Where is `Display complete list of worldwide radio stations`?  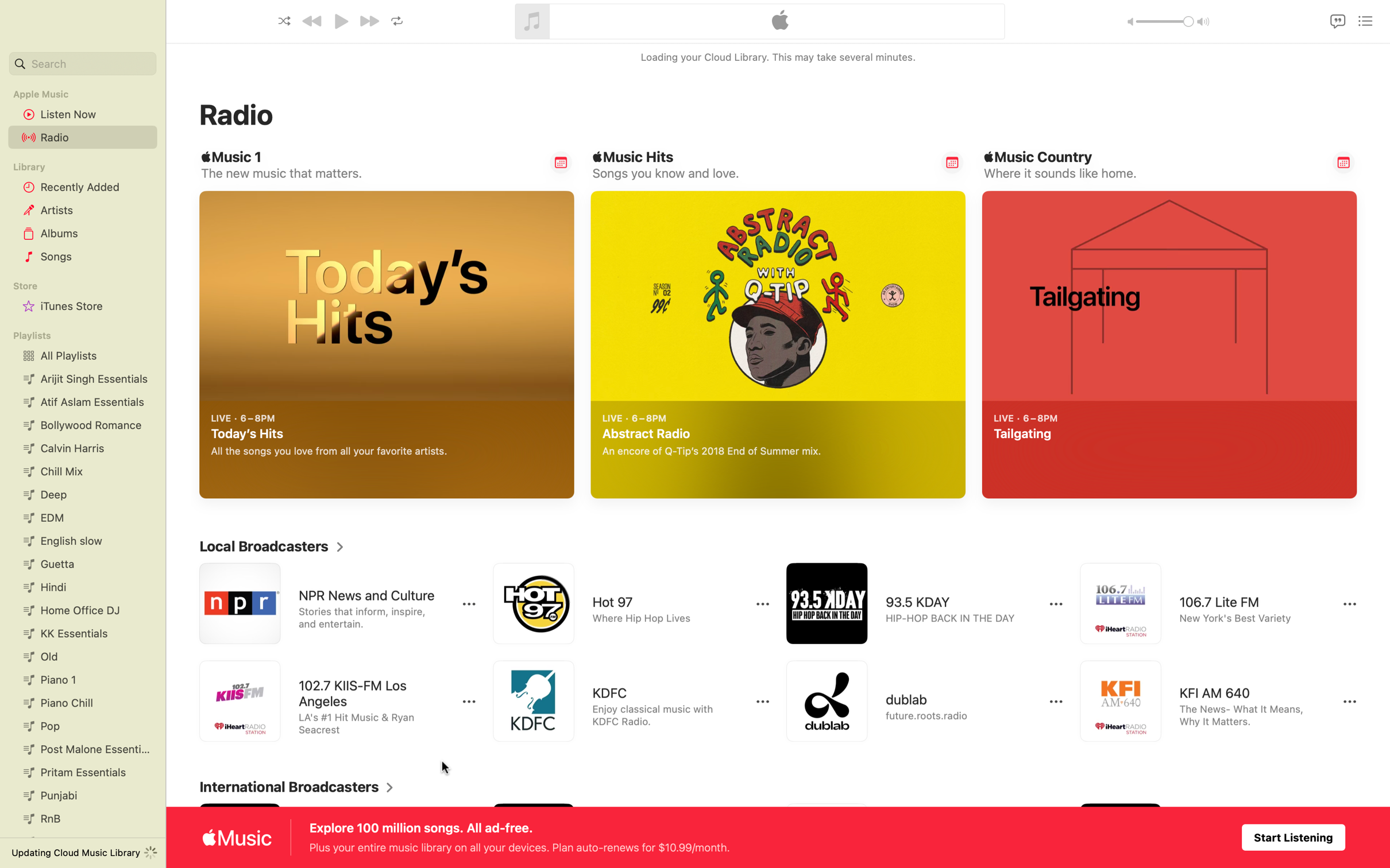 Display complete list of worldwide radio stations is located at coordinates (296, 787).